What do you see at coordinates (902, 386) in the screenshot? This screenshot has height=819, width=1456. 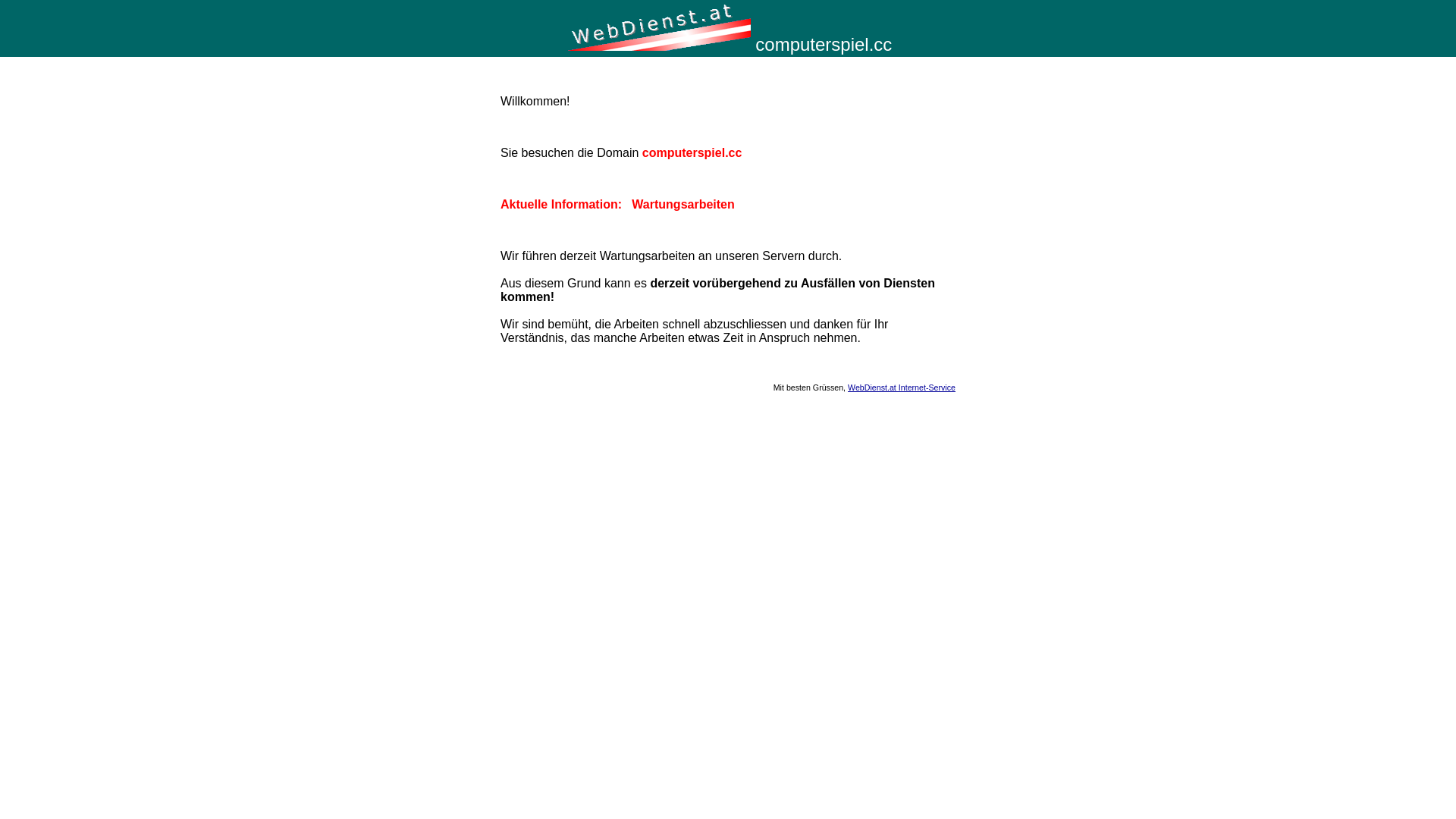 I see `'WebDienst.at Internet-Service'` at bounding box center [902, 386].